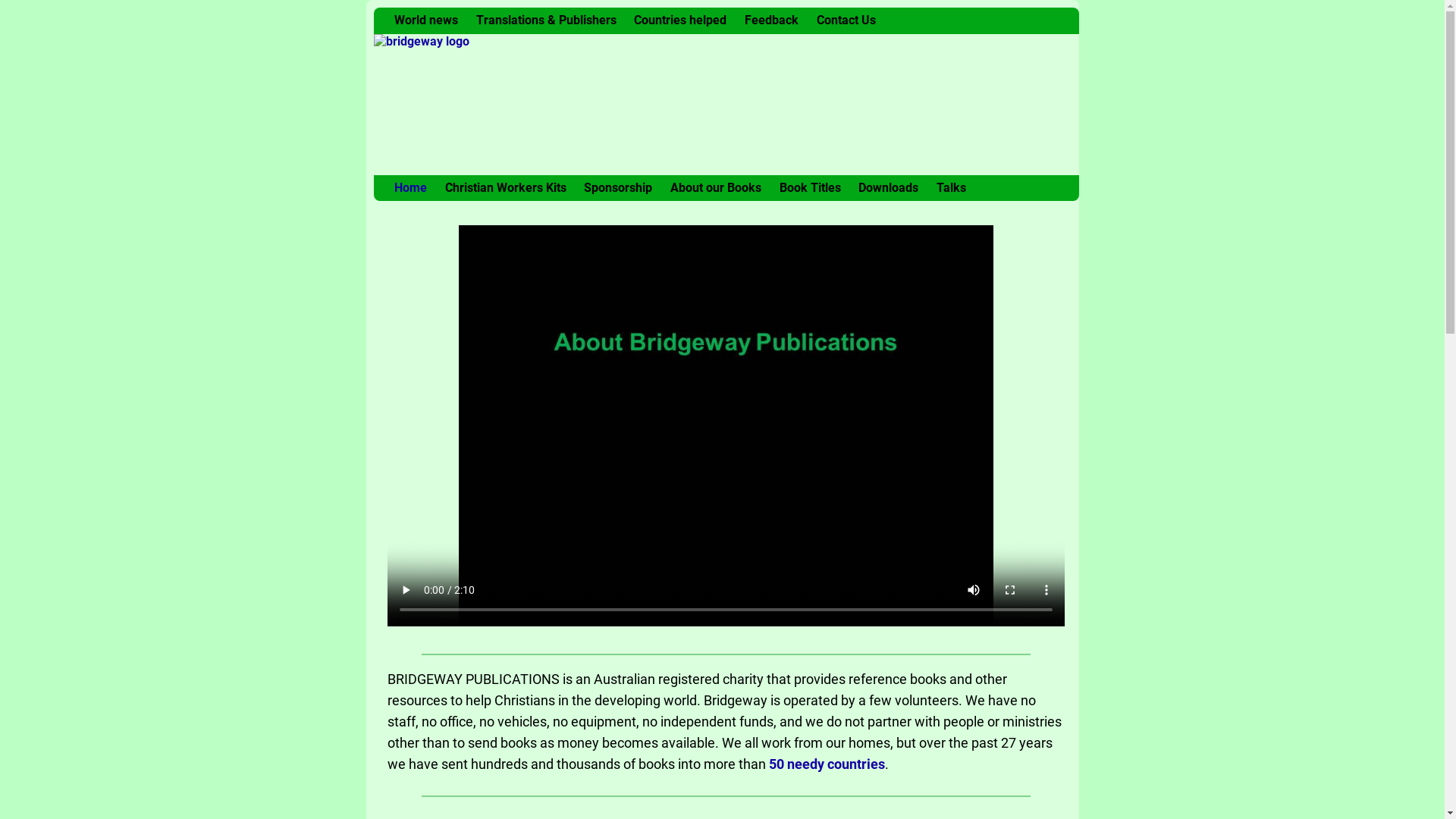  Describe the element at coordinates (809, 187) in the screenshot. I see `'Book Titles'` at that location.